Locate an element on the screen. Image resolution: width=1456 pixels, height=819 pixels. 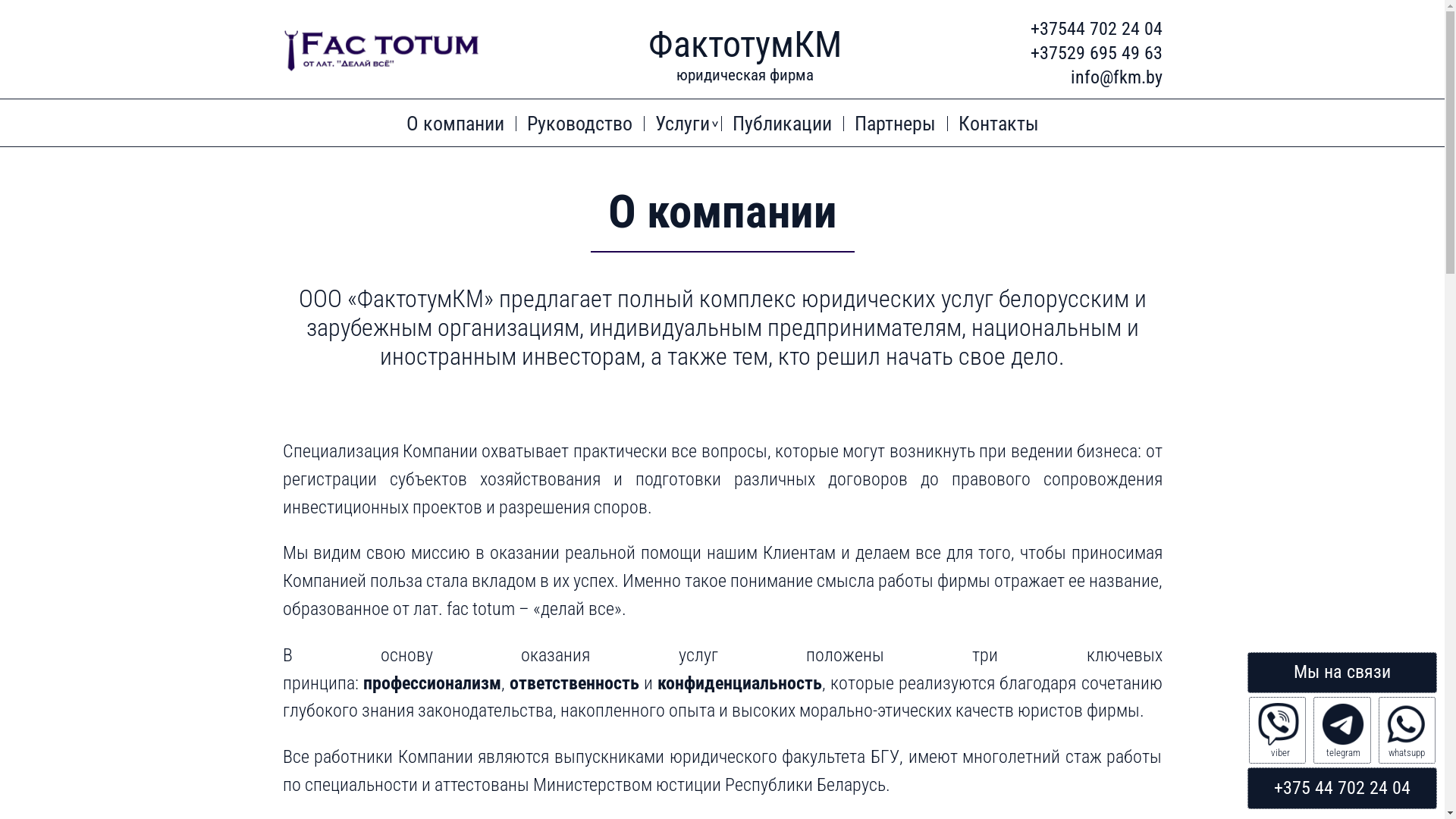
' whatsupp' is located at coordinates (1406, 730).